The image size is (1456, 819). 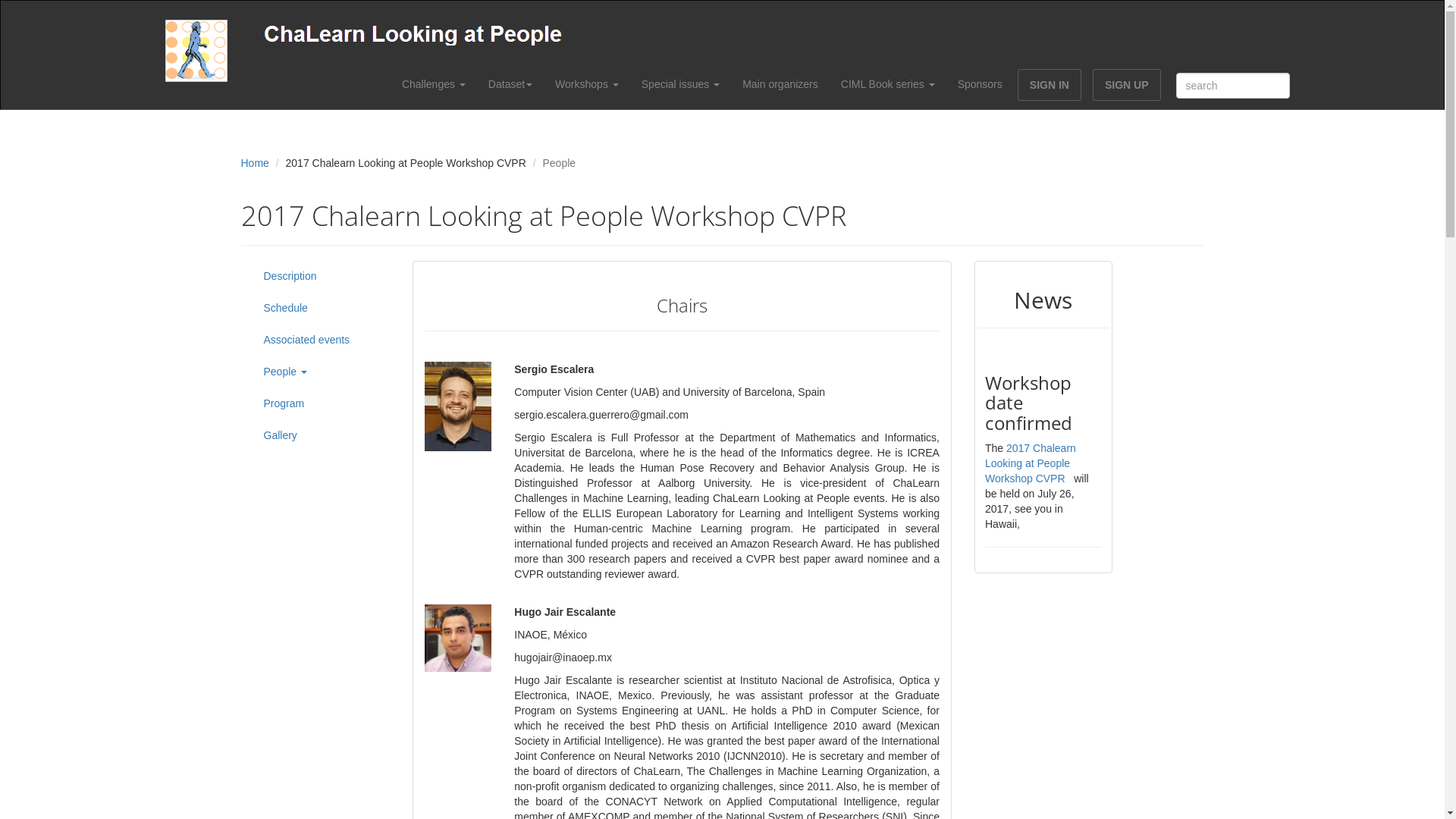 I want to click on 'SIGN IN', so click(x=1048, y=84).